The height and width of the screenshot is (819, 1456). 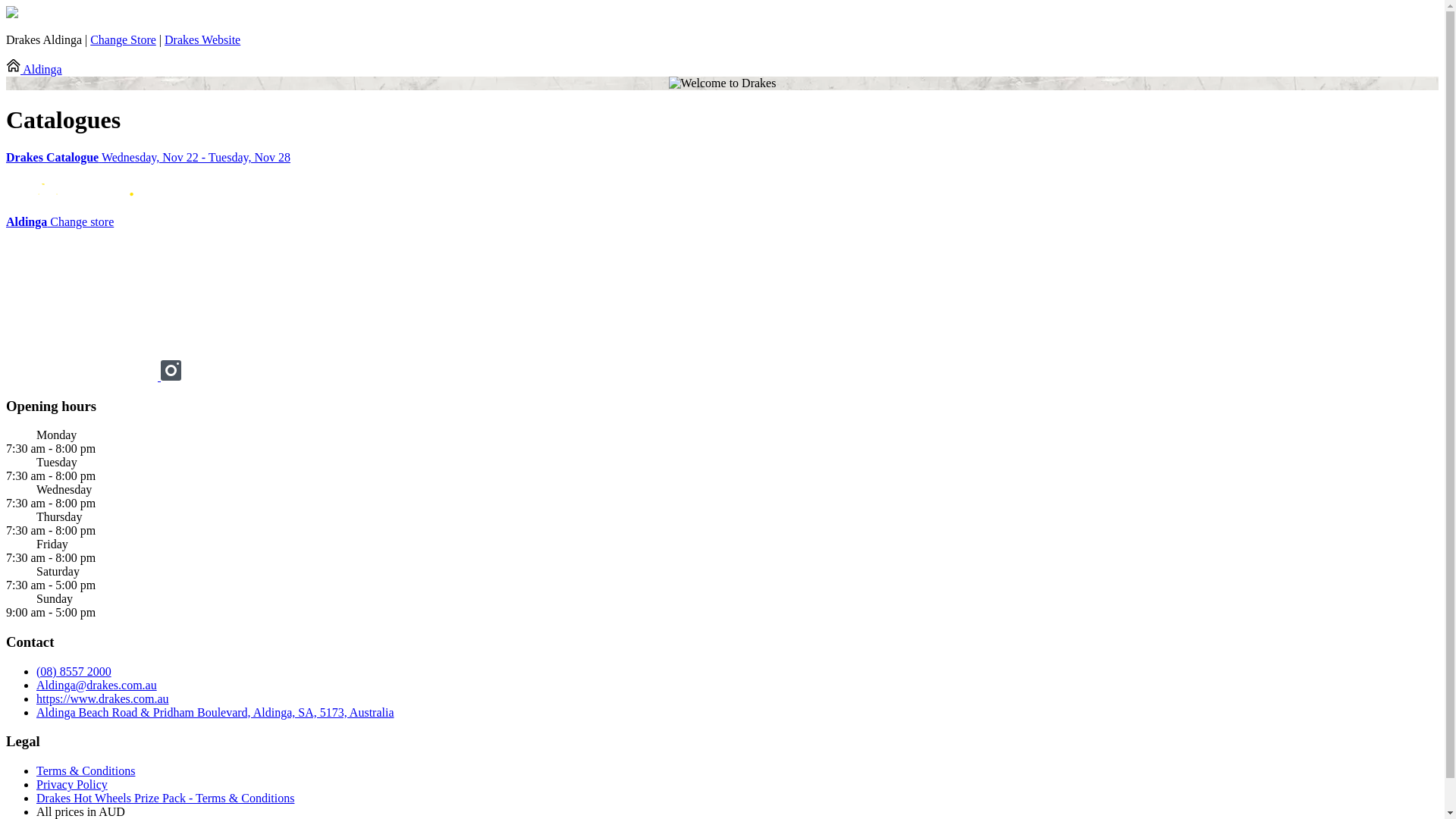 I want to click on 'Aldinga Change store', so click(x=59, y=221).